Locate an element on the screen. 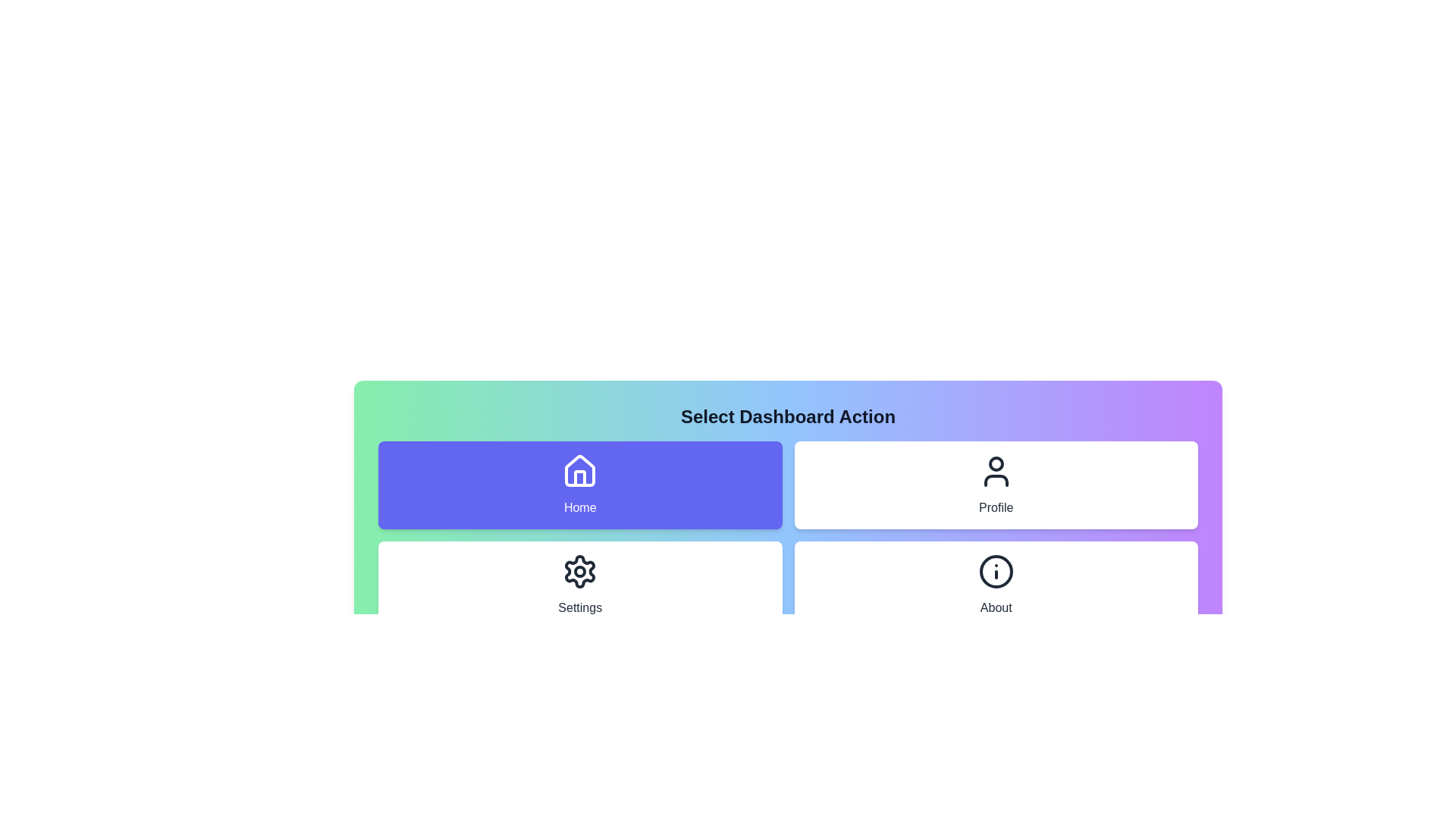 Image resolution: width=1456 pixels, height=819 pixels. the Profile button to select the corresponding dashboard action is located at coordinates (996, 485).